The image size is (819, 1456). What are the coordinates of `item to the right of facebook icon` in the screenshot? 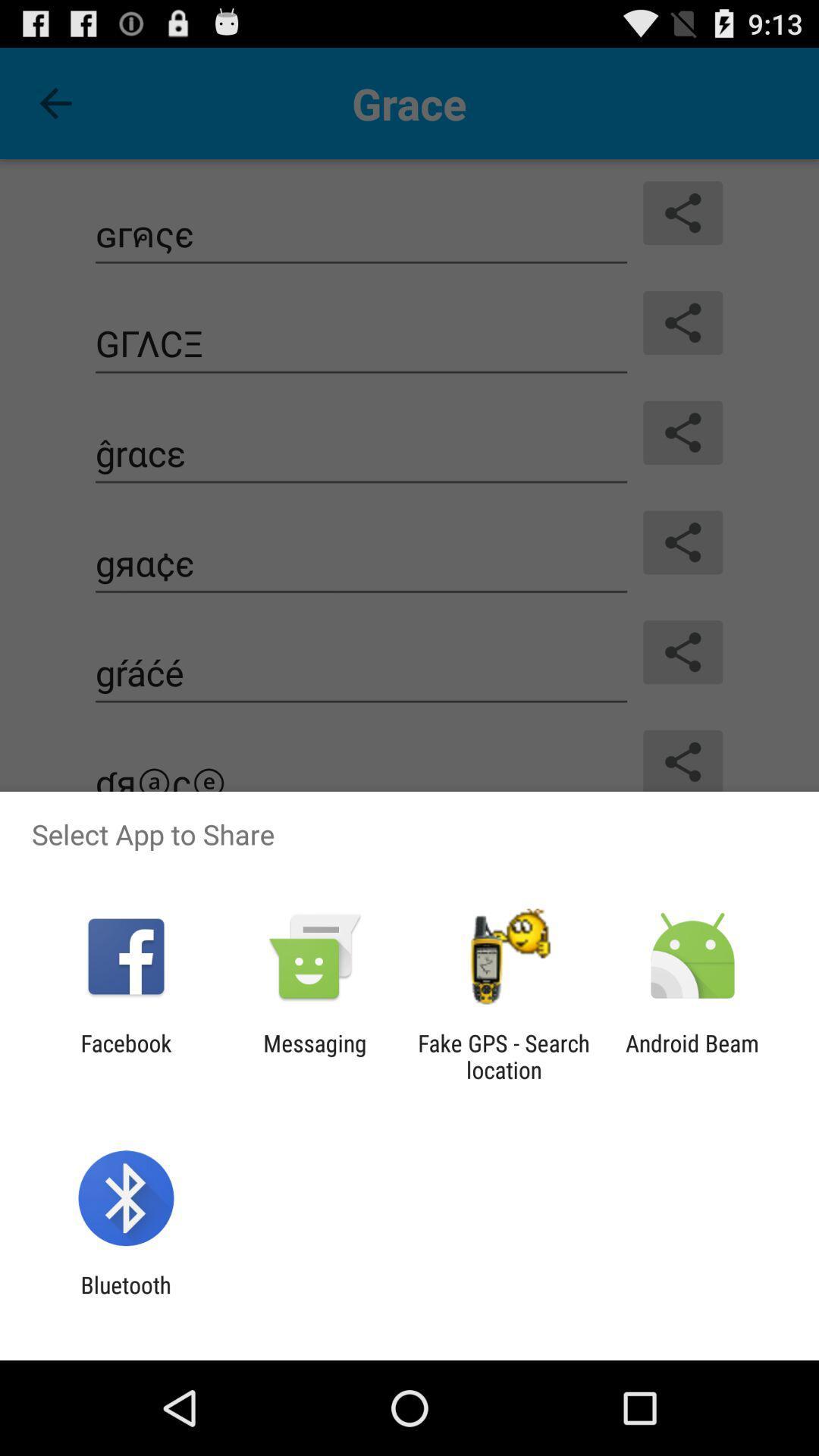 It's located at (314, 1056).